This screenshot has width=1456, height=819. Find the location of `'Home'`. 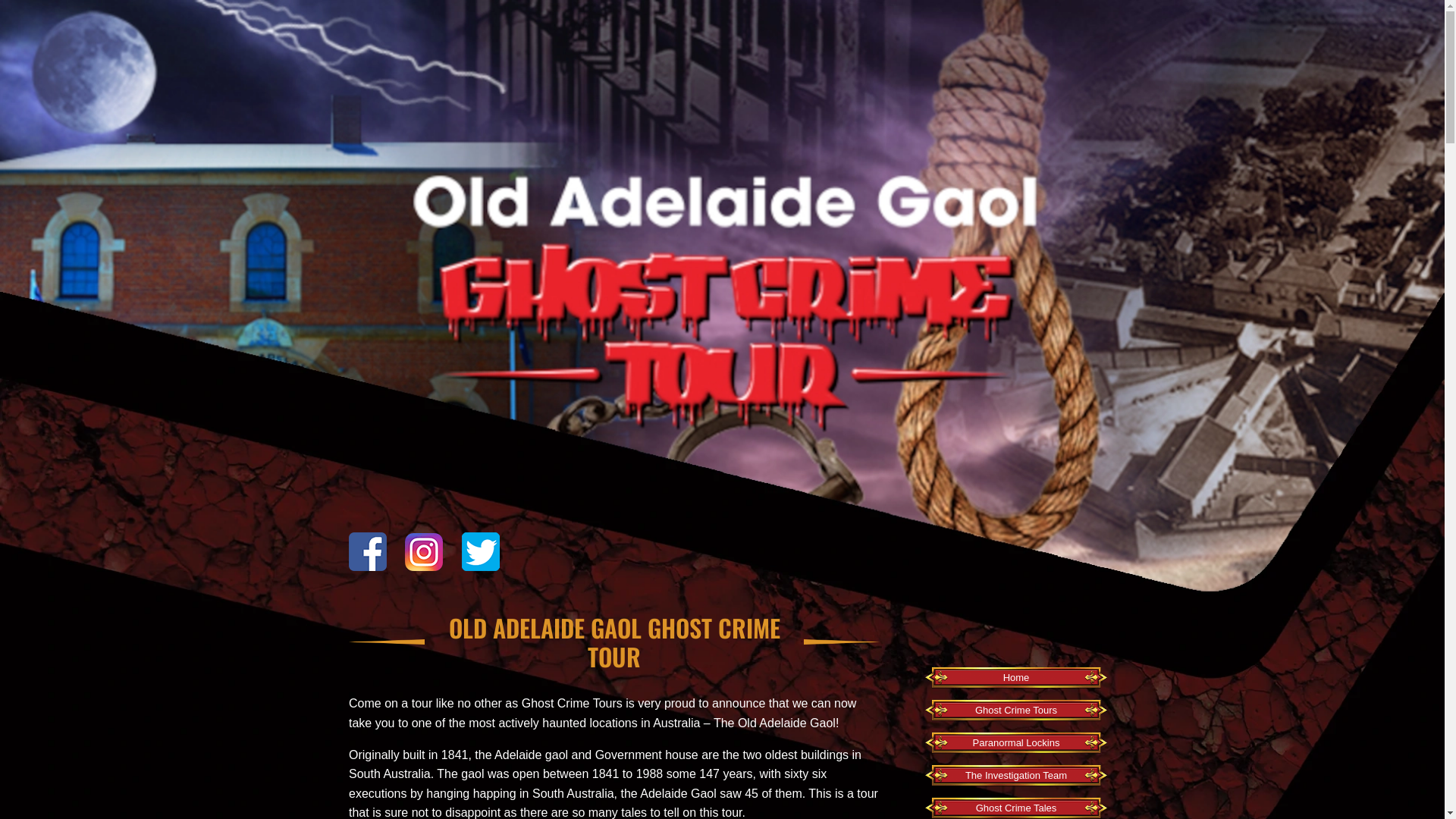

'Home' is located at coordinates (1015, 677).